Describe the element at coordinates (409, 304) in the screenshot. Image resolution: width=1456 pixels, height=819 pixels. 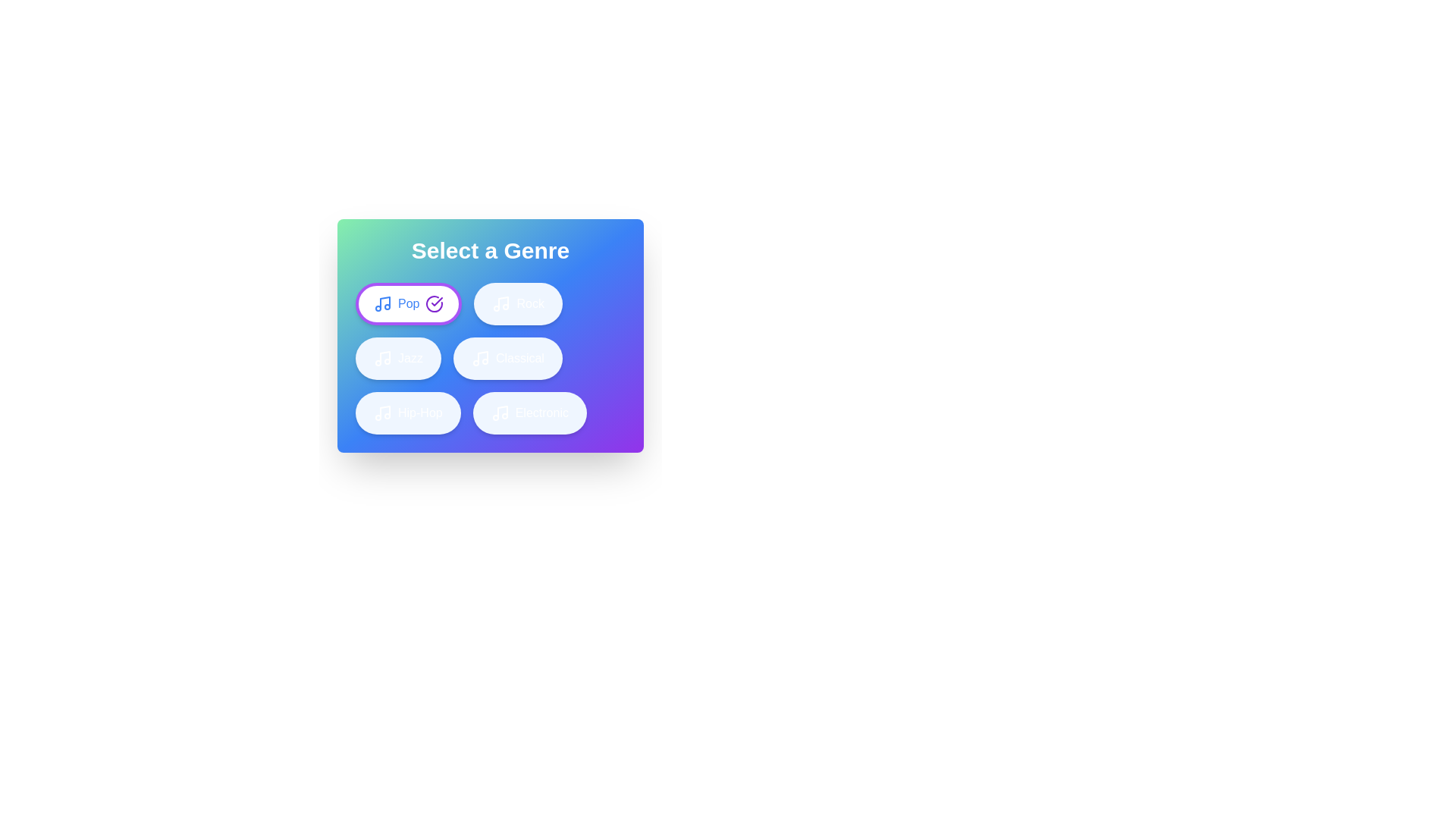
I see `the 'Pop' genre selection button, which is the first button in the grid with a purple border and white background` at that location.